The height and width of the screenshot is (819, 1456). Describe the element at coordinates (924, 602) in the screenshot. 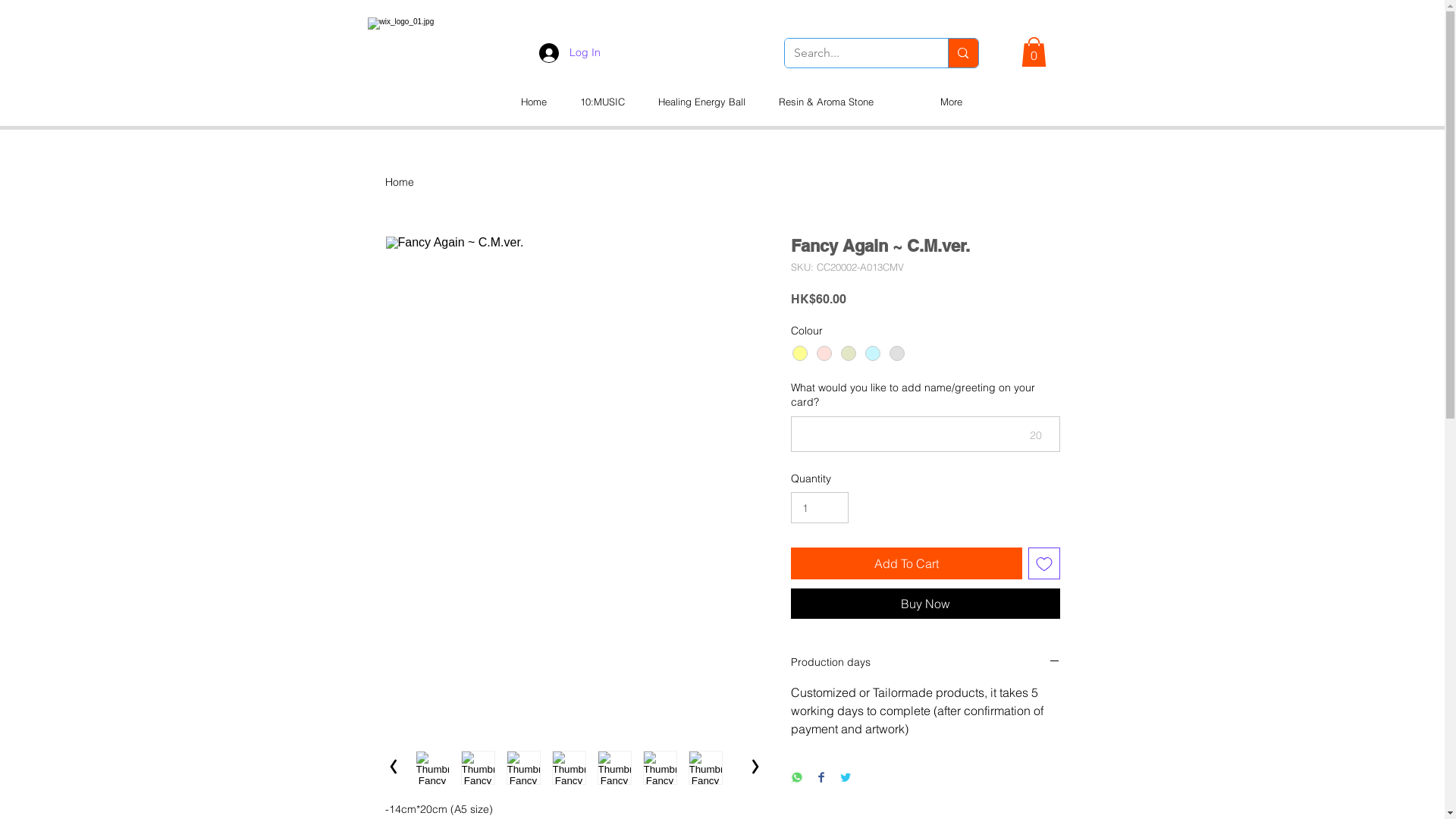

I see `'Buy Now'` at that location.